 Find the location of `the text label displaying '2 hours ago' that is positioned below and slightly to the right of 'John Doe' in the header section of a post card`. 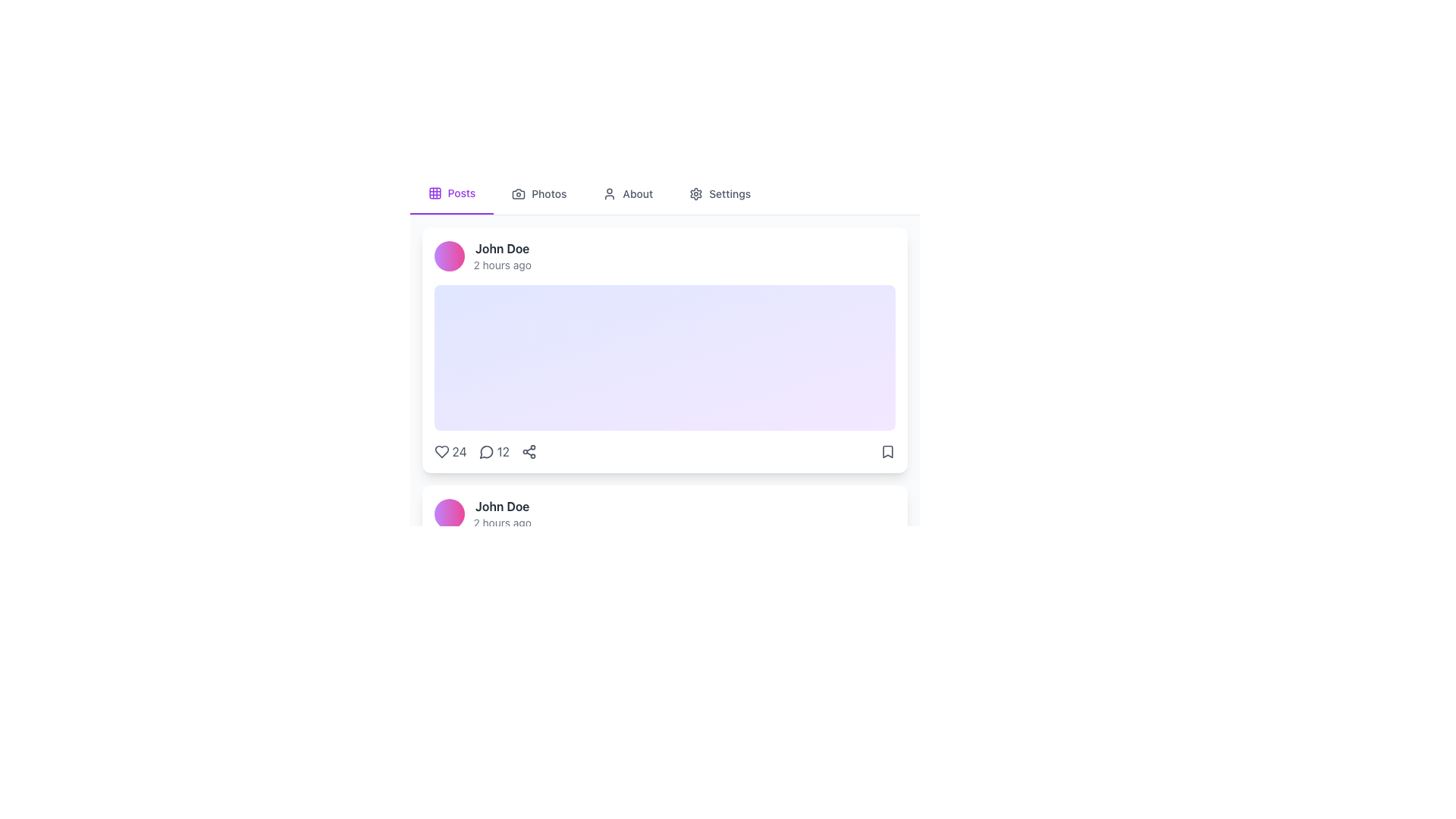

the text label displaying '2 hours ago' that is positioned below and slightly to the right of 'John Doe' in the header section of a post card is located at coordinates (502, 265).